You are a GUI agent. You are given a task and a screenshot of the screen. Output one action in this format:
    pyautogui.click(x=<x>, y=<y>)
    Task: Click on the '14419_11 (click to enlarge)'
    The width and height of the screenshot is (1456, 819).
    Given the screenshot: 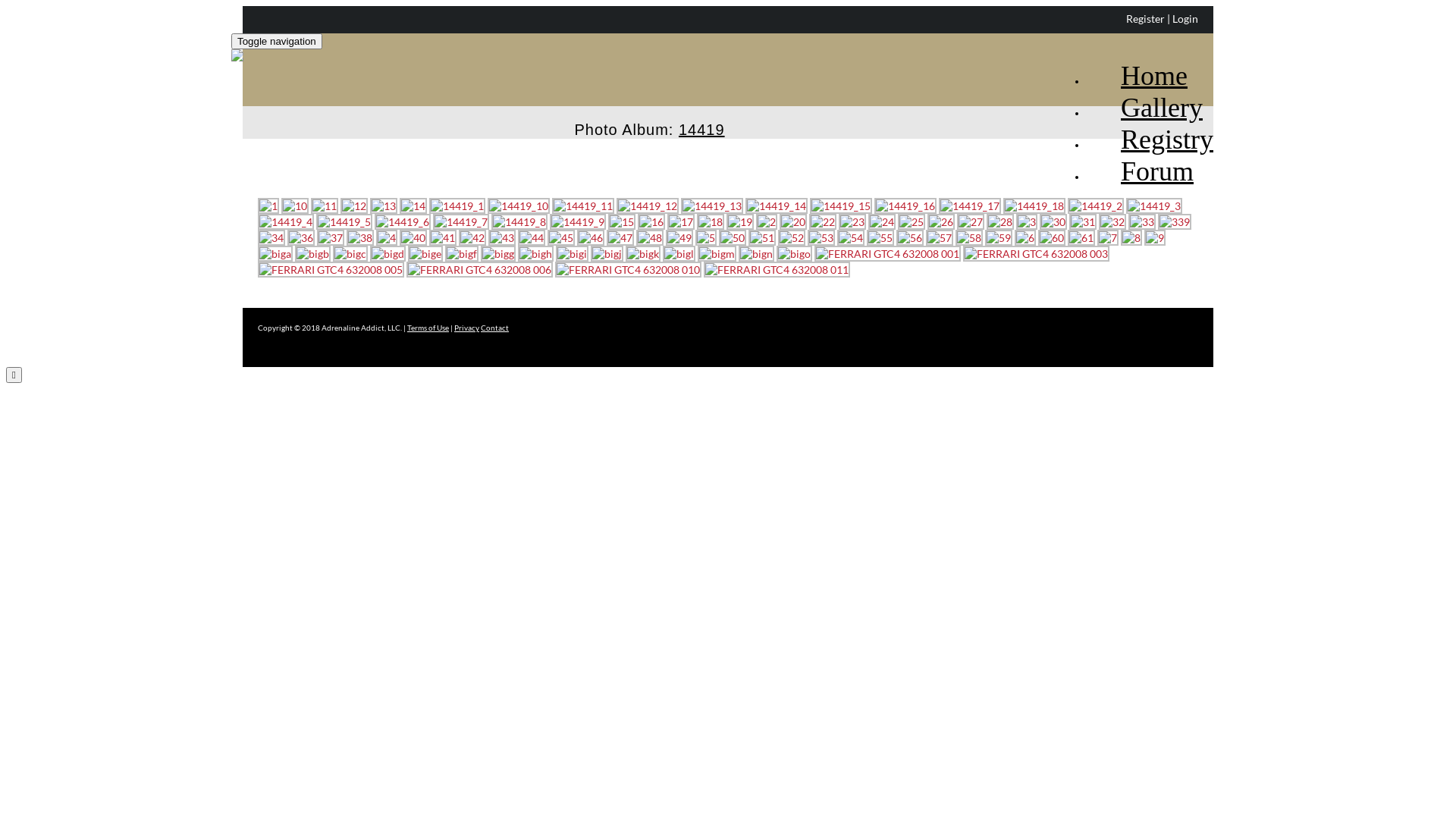 What is the action you would take?
    pyautogui.click(x=551, y=206)
    